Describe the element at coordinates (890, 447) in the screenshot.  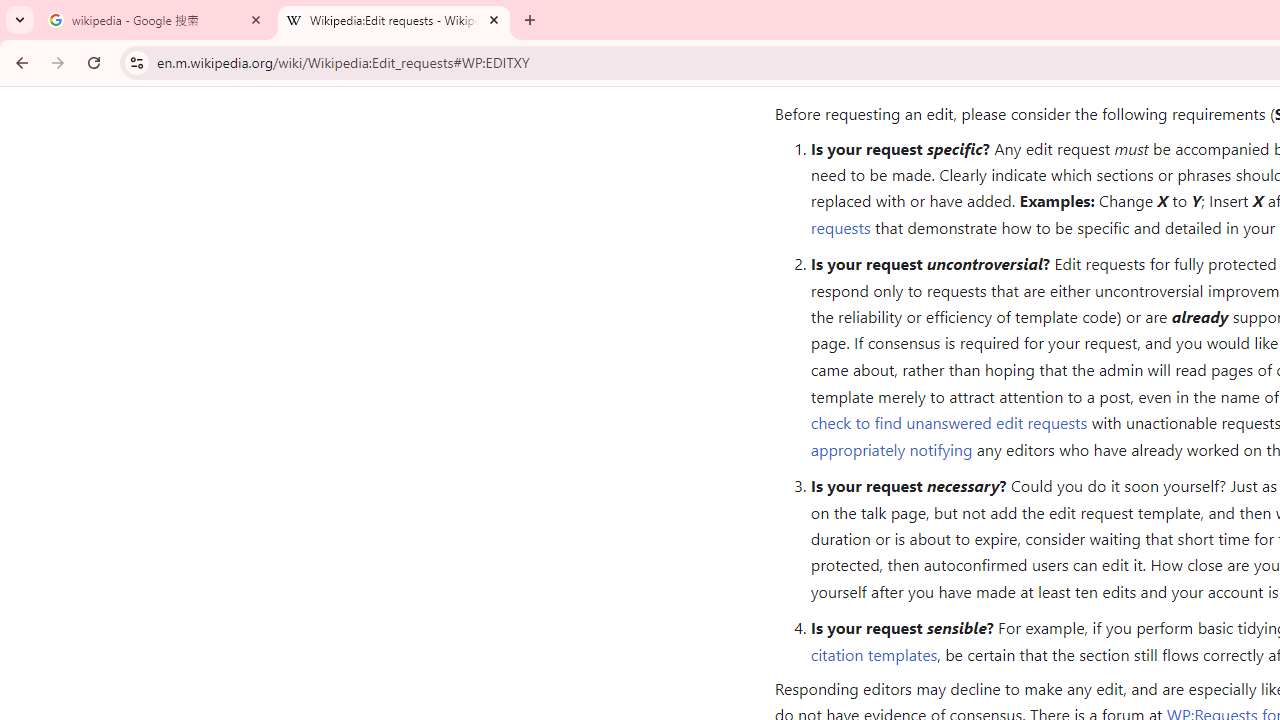
I see `'appropriately notifying'` at that location.